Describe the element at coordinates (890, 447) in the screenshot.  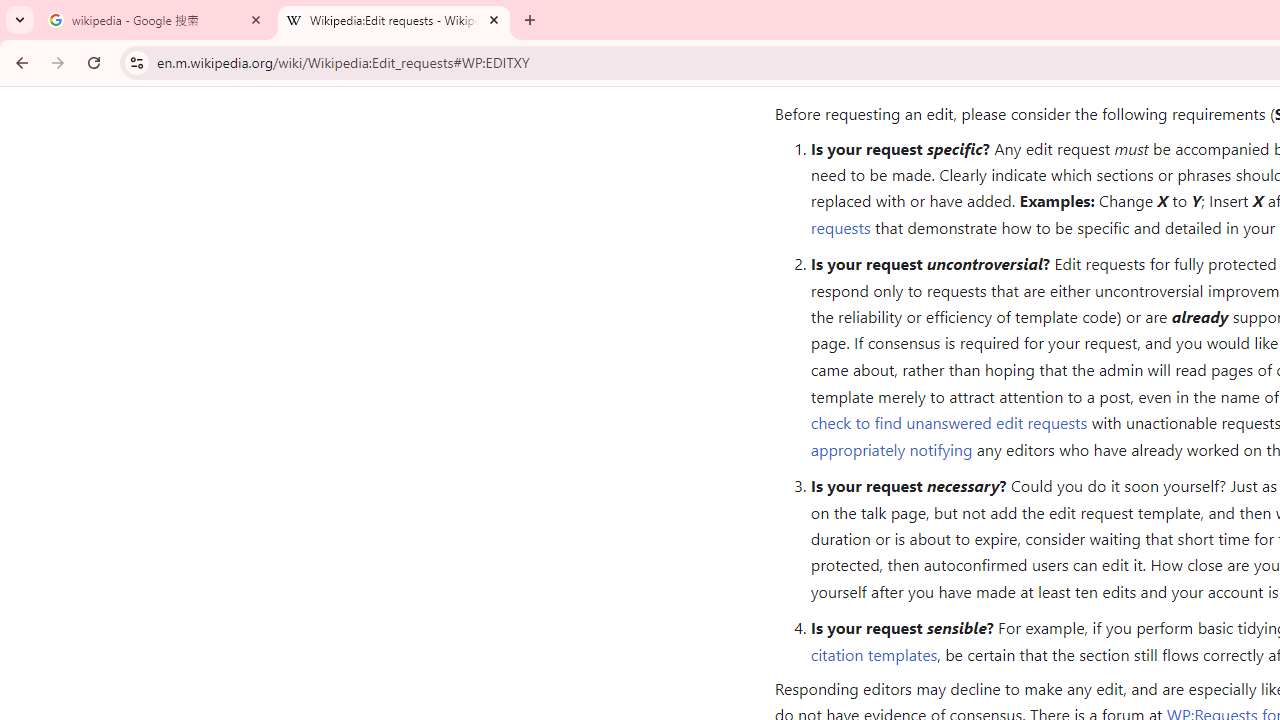
I see `'appropriately notifying'` at that location.